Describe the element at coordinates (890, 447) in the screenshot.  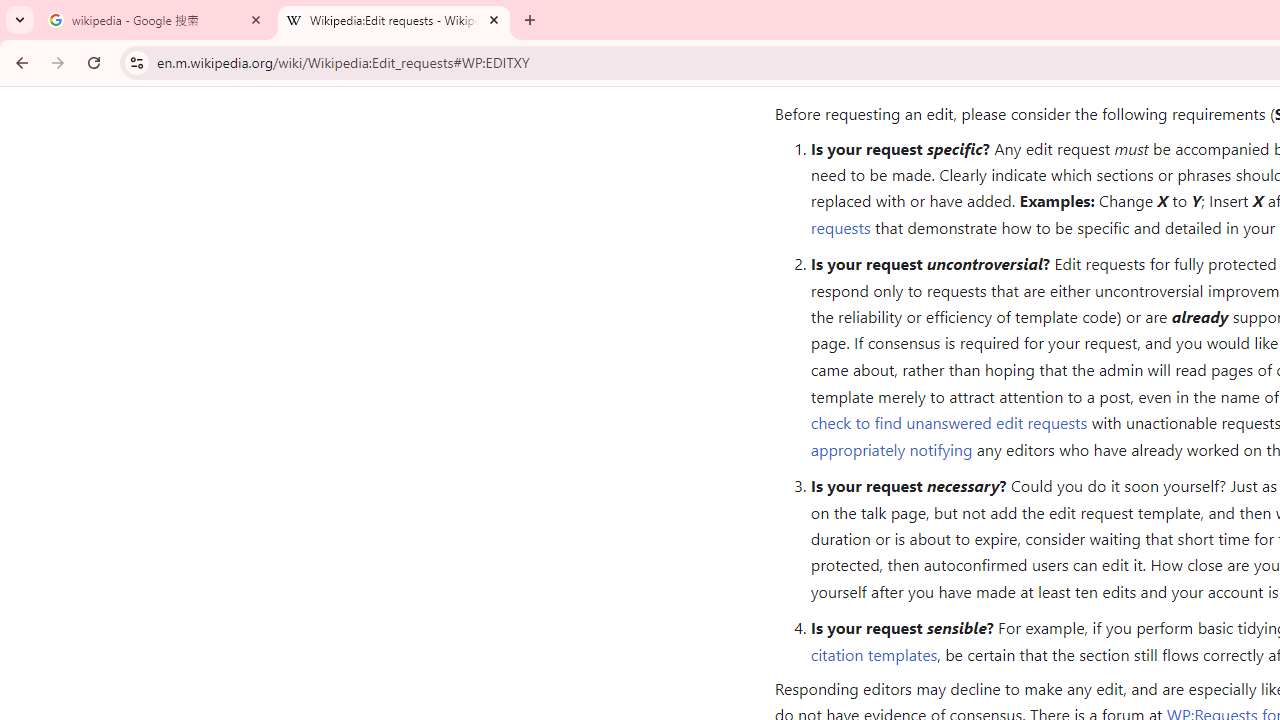
I see `'appropriately notifying'` at that location.